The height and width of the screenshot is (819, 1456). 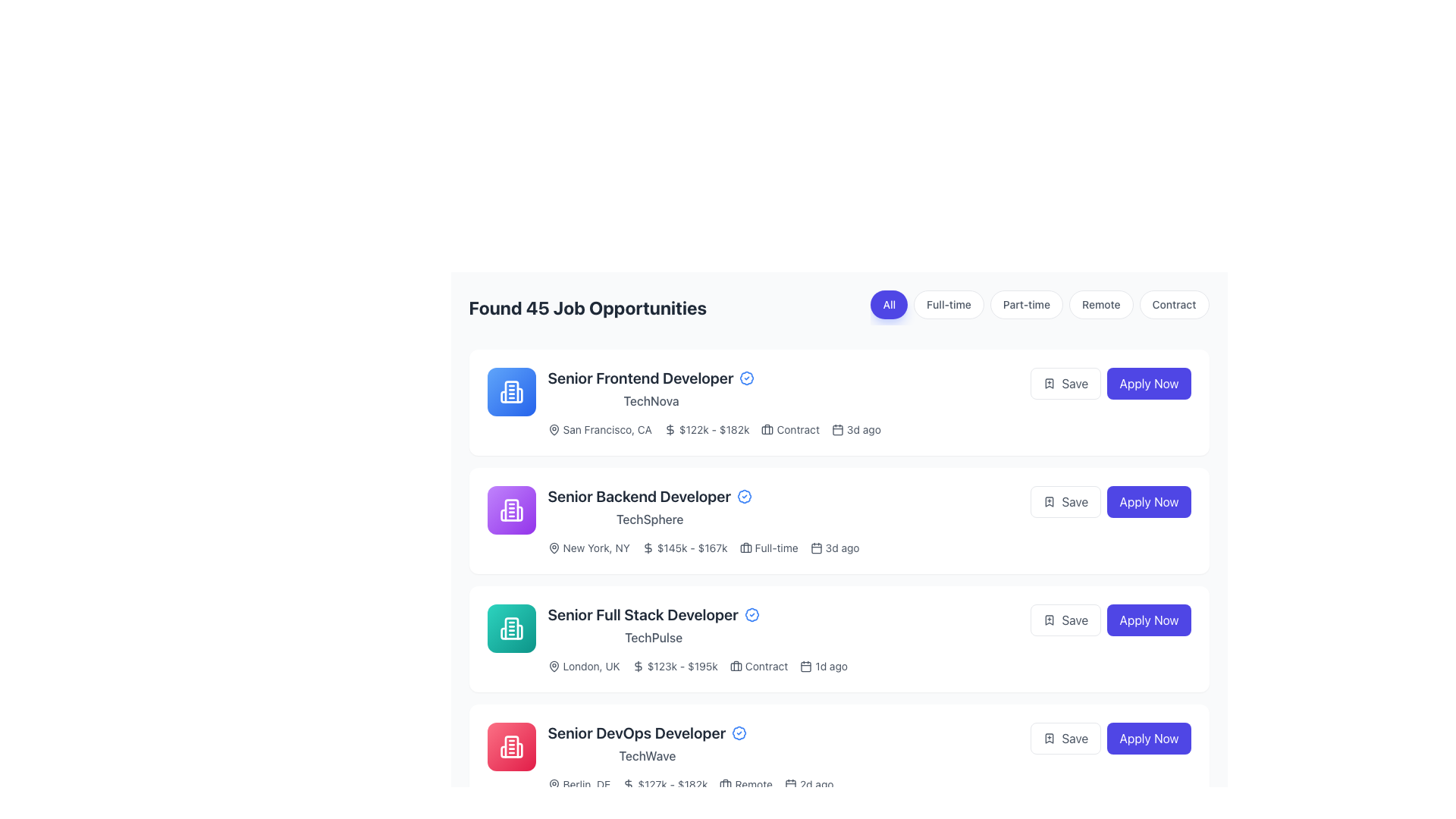 What do you see at coordinates (511, 391) in the screenshot?
I see `the building icon located to the left of the job title 'Senior Frontend Developer' in the first job listing, which is part of a circular gradient background` at bounding box center [511, 391].